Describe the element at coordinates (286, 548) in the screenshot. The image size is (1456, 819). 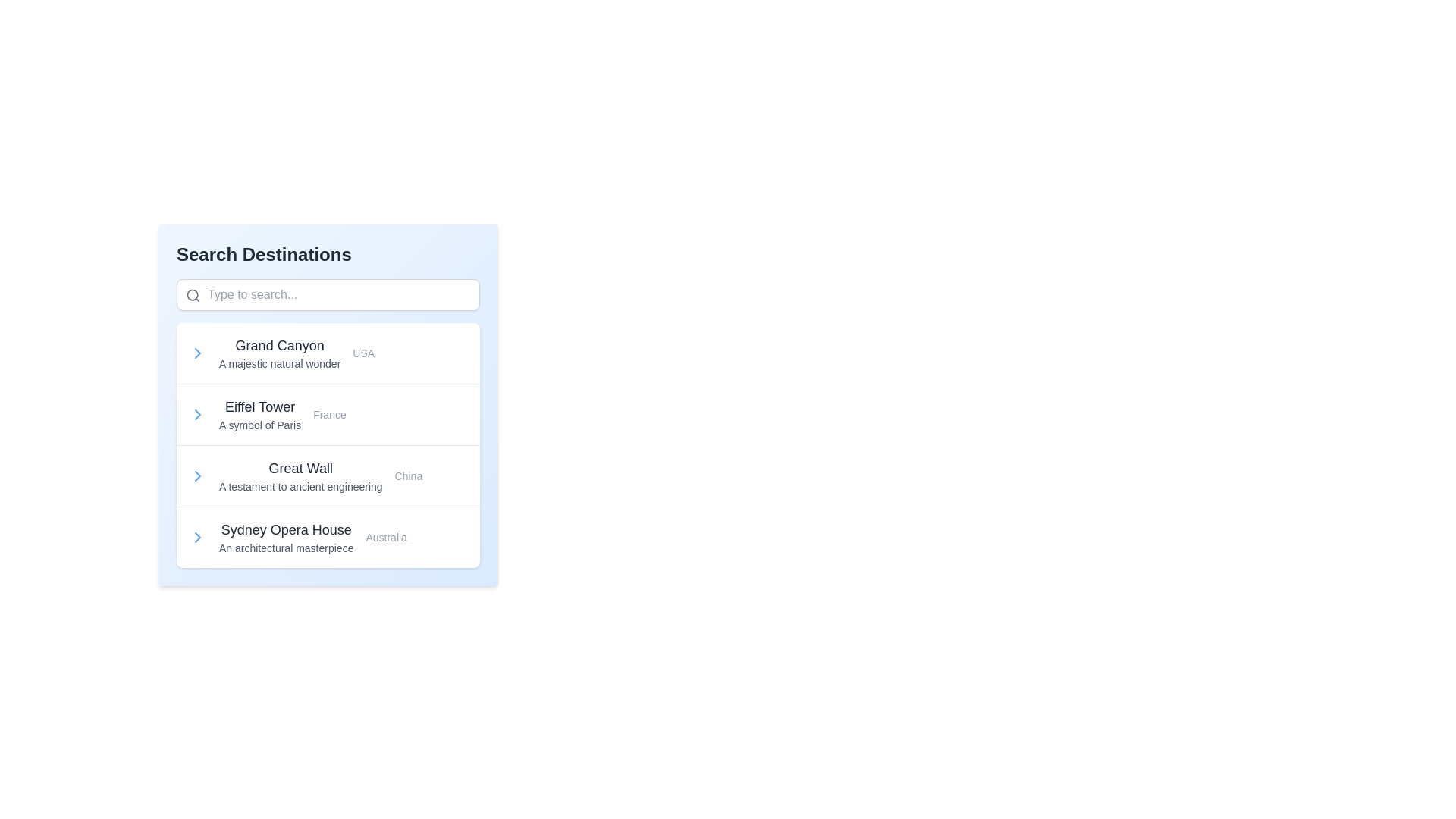
I see `the static text content providing descriptive information about the Sydney Opera House, located immediately below the 'Sydney Opera House' heading in the 'Search Destinations' listing` at that location.